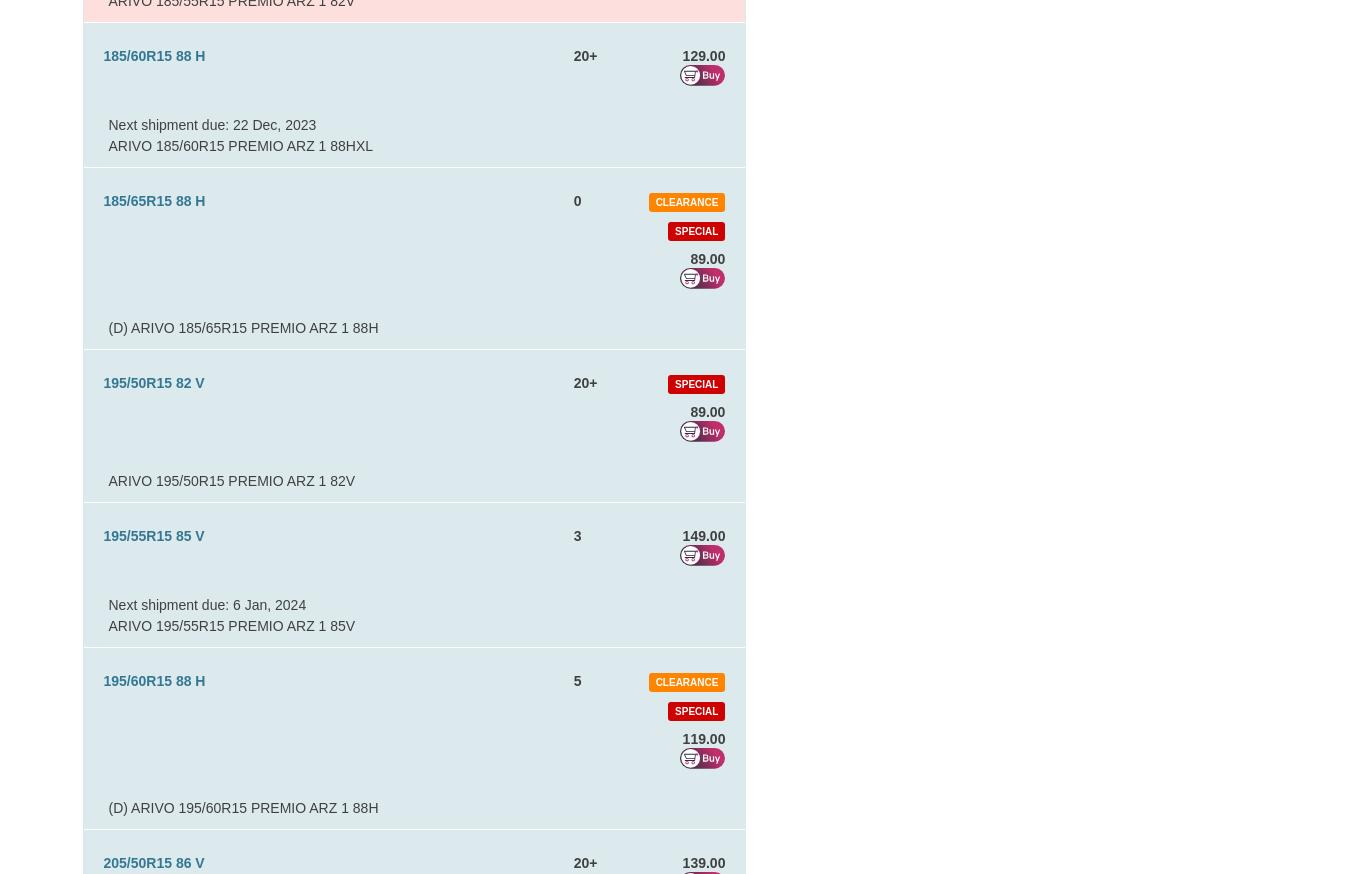  I want to click on '(D) ARIVO 195/60R15 PREMIO ARZ 1 88H', so click(108, 808).